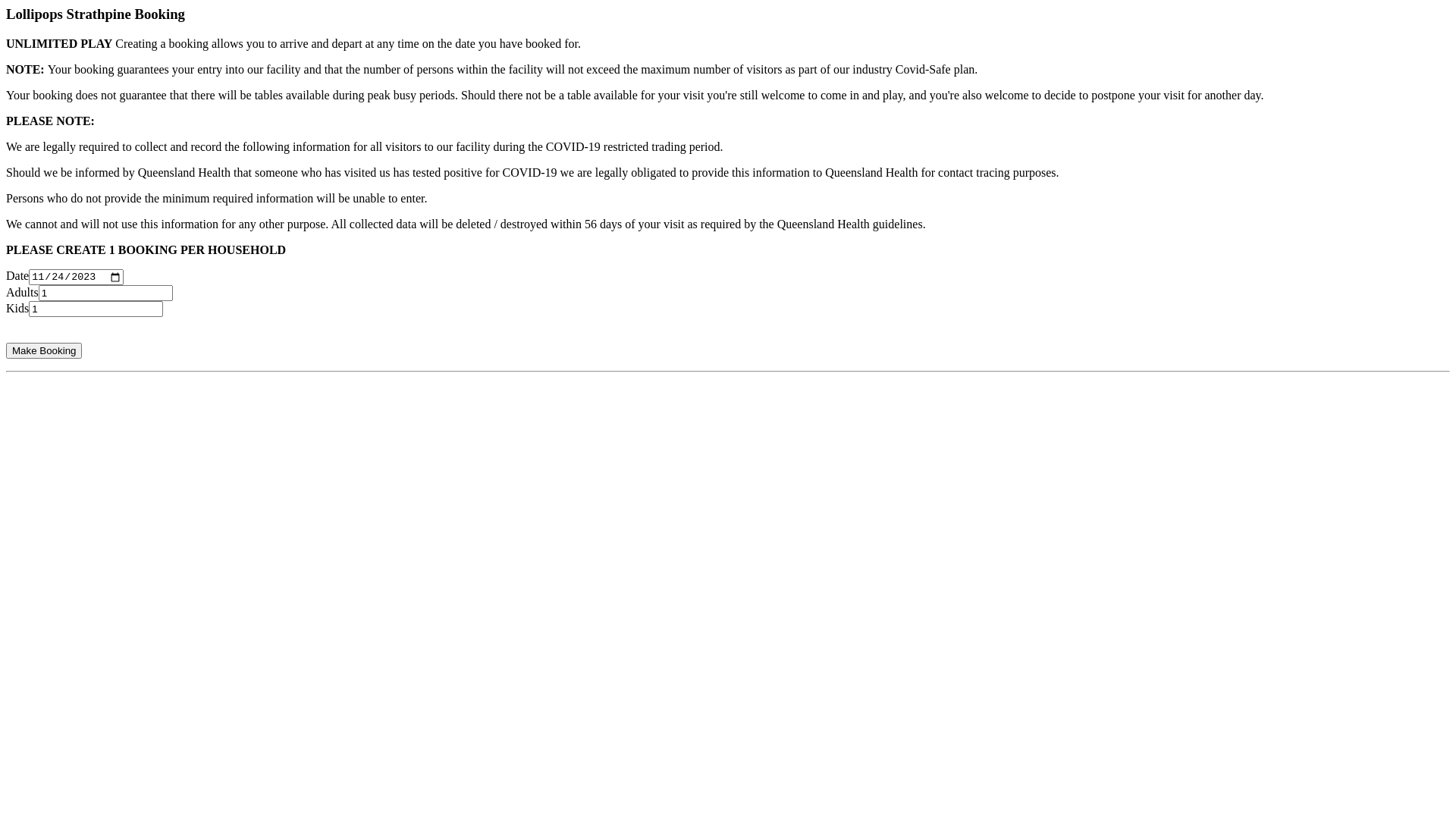  I want to click on 'Make Booking', so click(43, 350).